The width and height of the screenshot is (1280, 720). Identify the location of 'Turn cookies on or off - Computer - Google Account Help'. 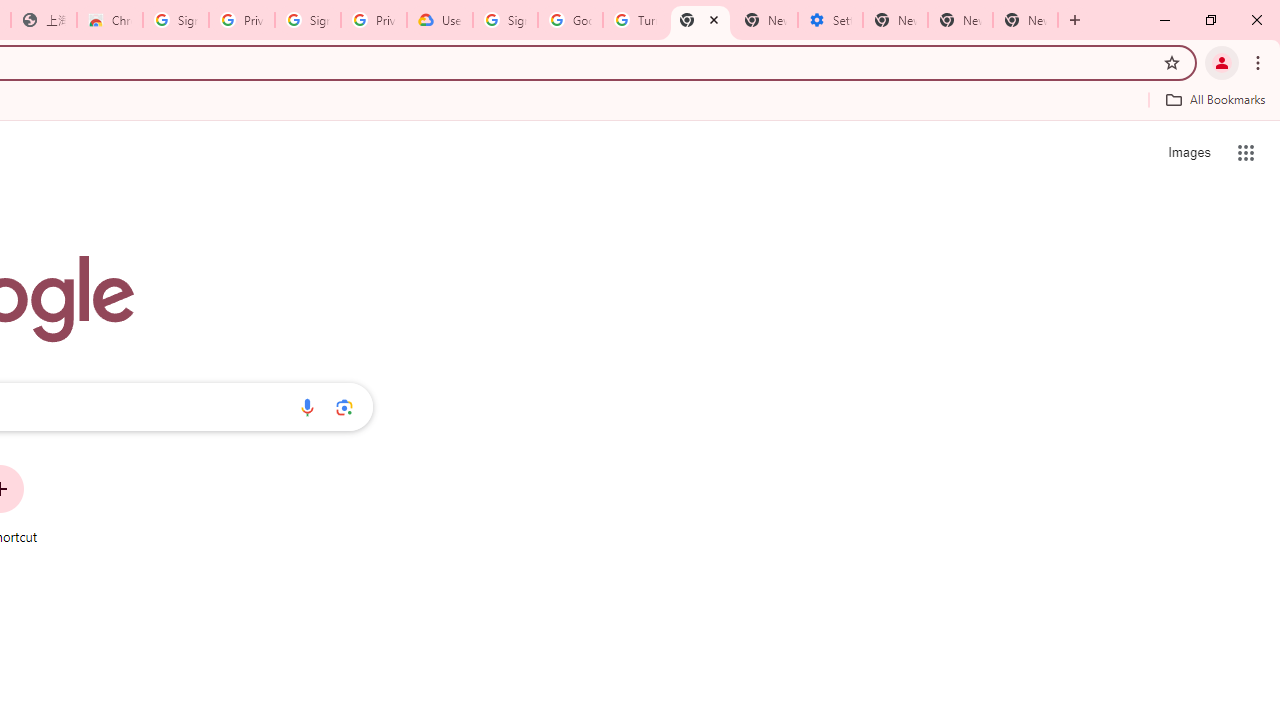
(634, 20).